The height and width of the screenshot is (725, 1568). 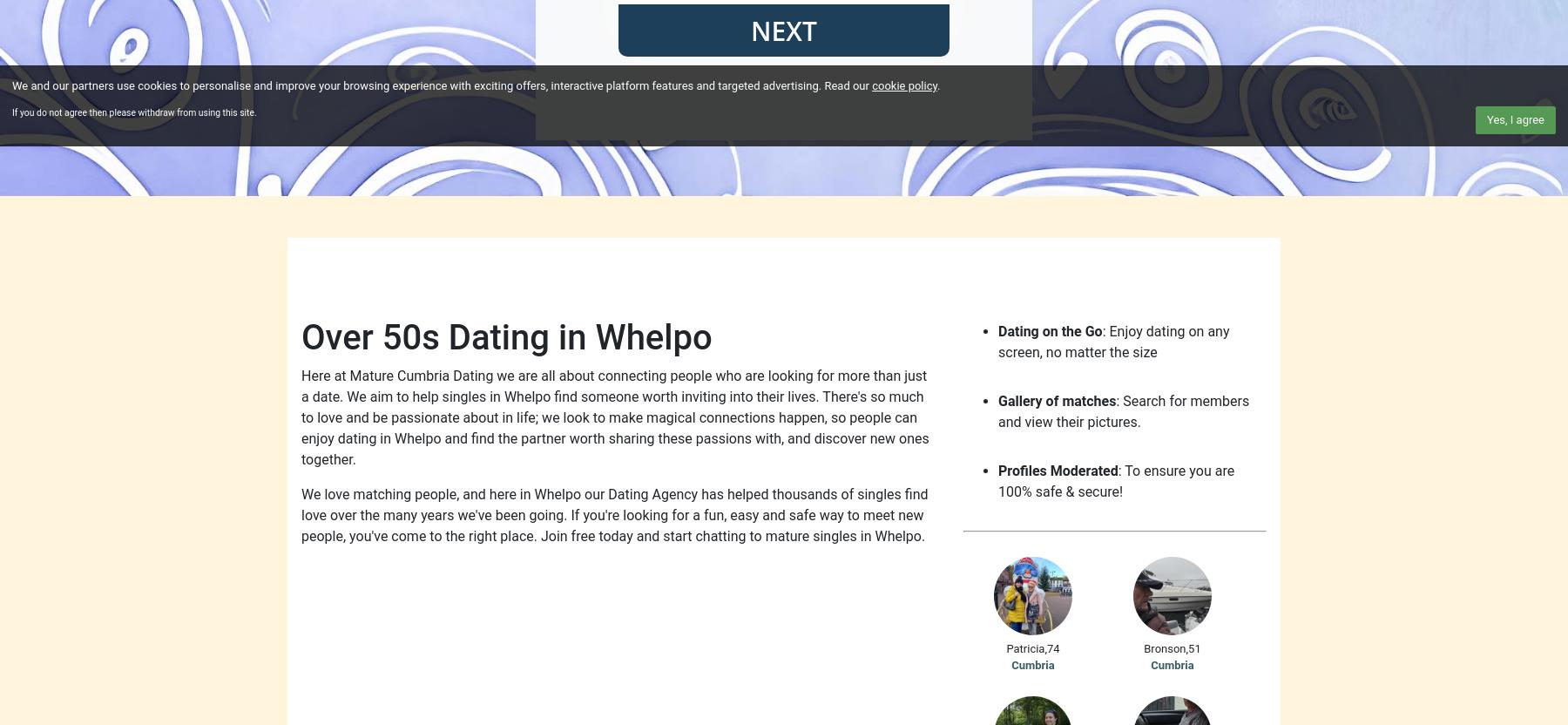 I want to click on 'Gallery of matches', so click(x=1056, y=401).